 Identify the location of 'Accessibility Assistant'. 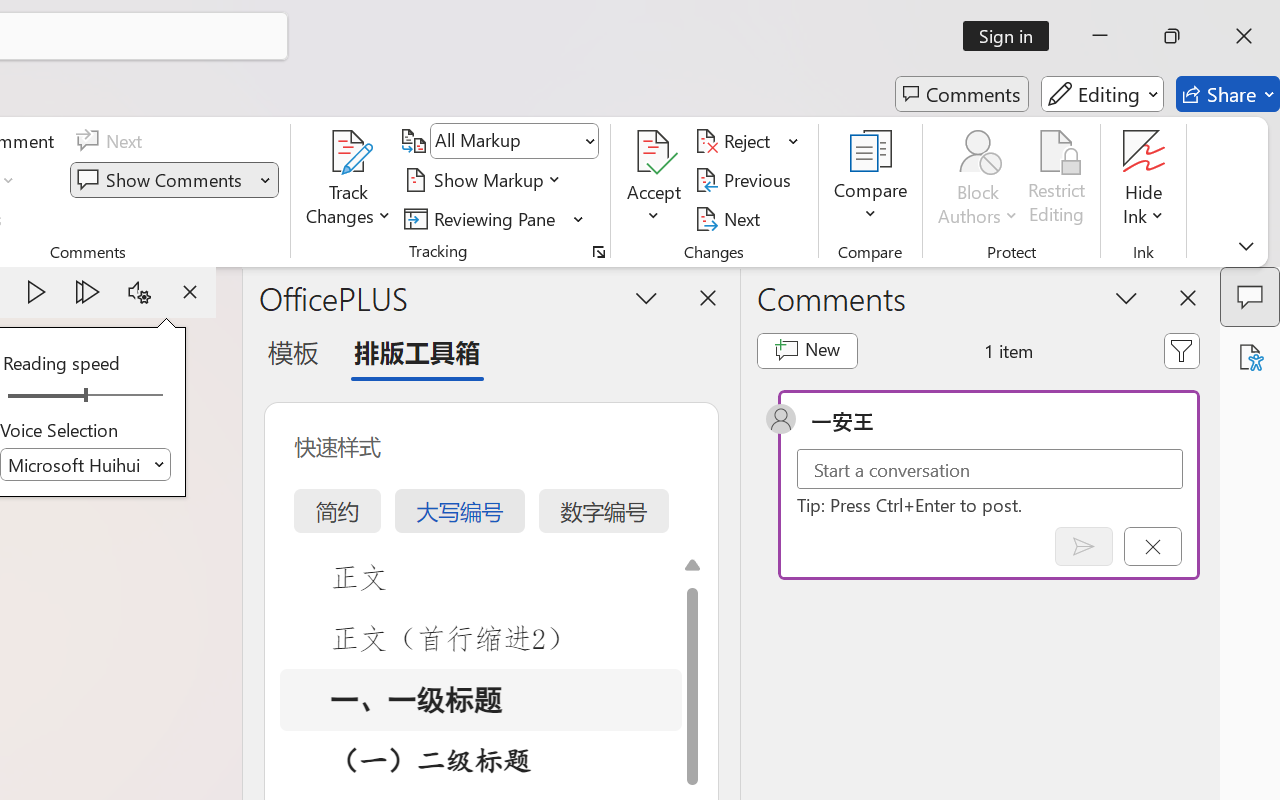
(1248, 357).